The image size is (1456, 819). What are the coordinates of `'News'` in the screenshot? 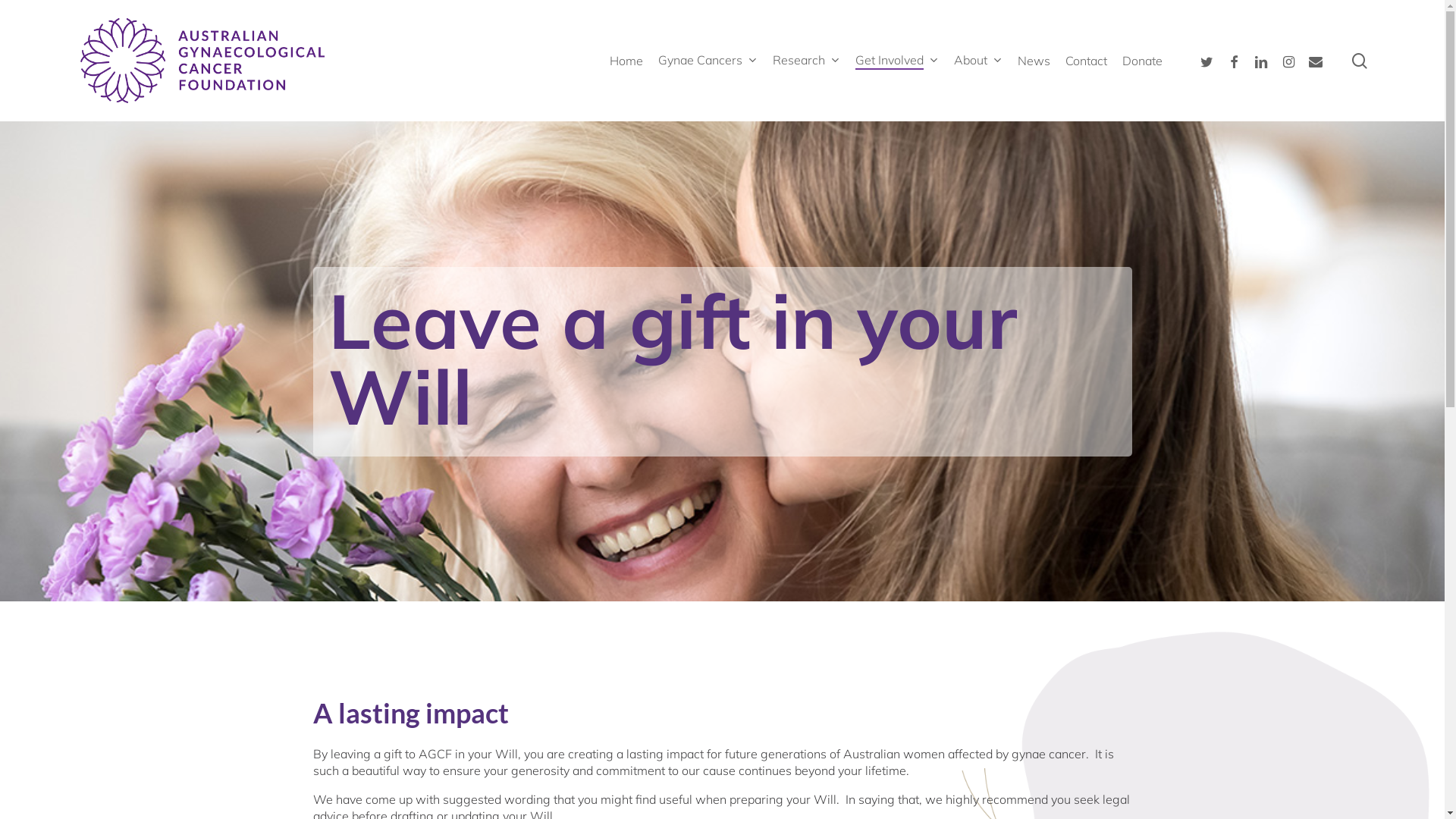 It's located at (1033, 60).